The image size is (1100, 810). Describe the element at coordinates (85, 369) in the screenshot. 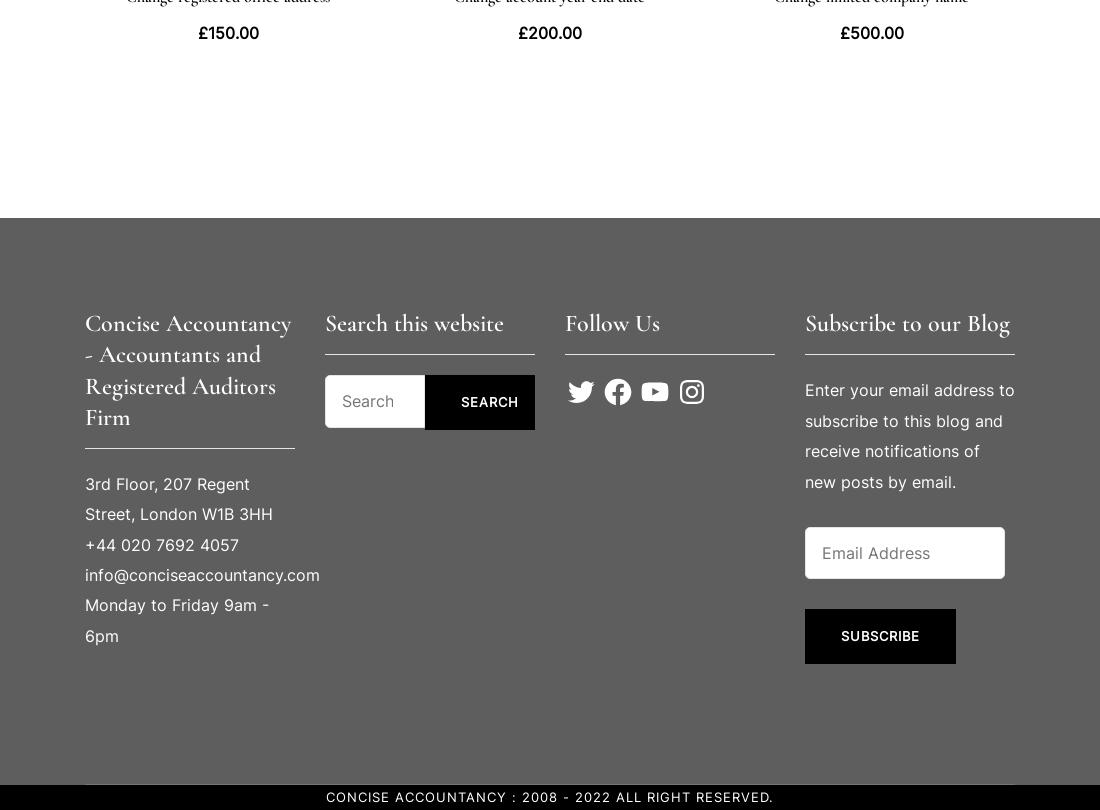

I see `'Concise Accountancy - Accountants and Registered Auditors Firm'` at that location.